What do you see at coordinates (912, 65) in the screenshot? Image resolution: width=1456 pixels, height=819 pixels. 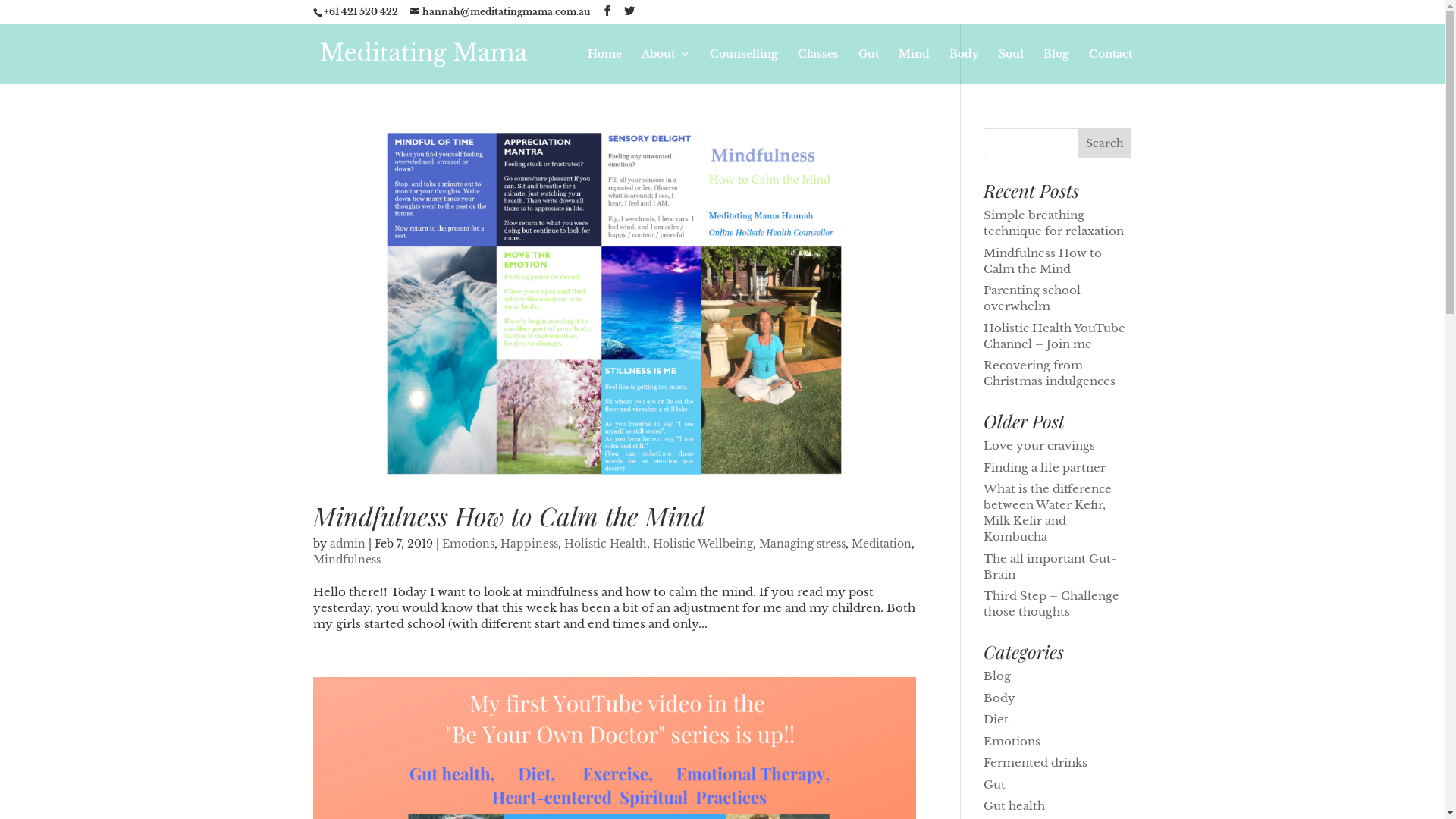 I see `'Mind'` at bounding box center [912, 65].